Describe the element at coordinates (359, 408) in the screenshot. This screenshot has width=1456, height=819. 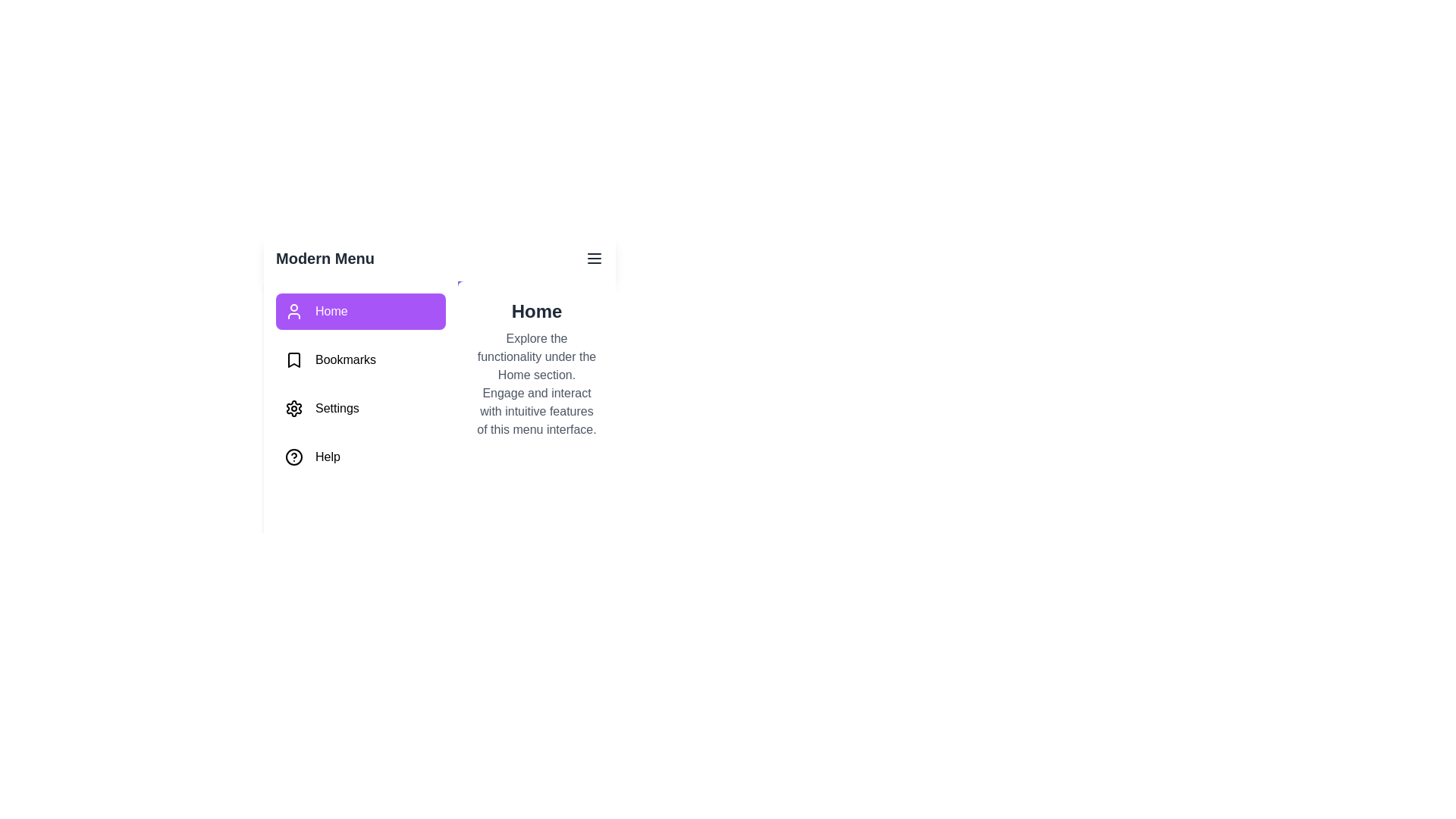
I see `the tab named Settings from the sidebar menu` at that location.